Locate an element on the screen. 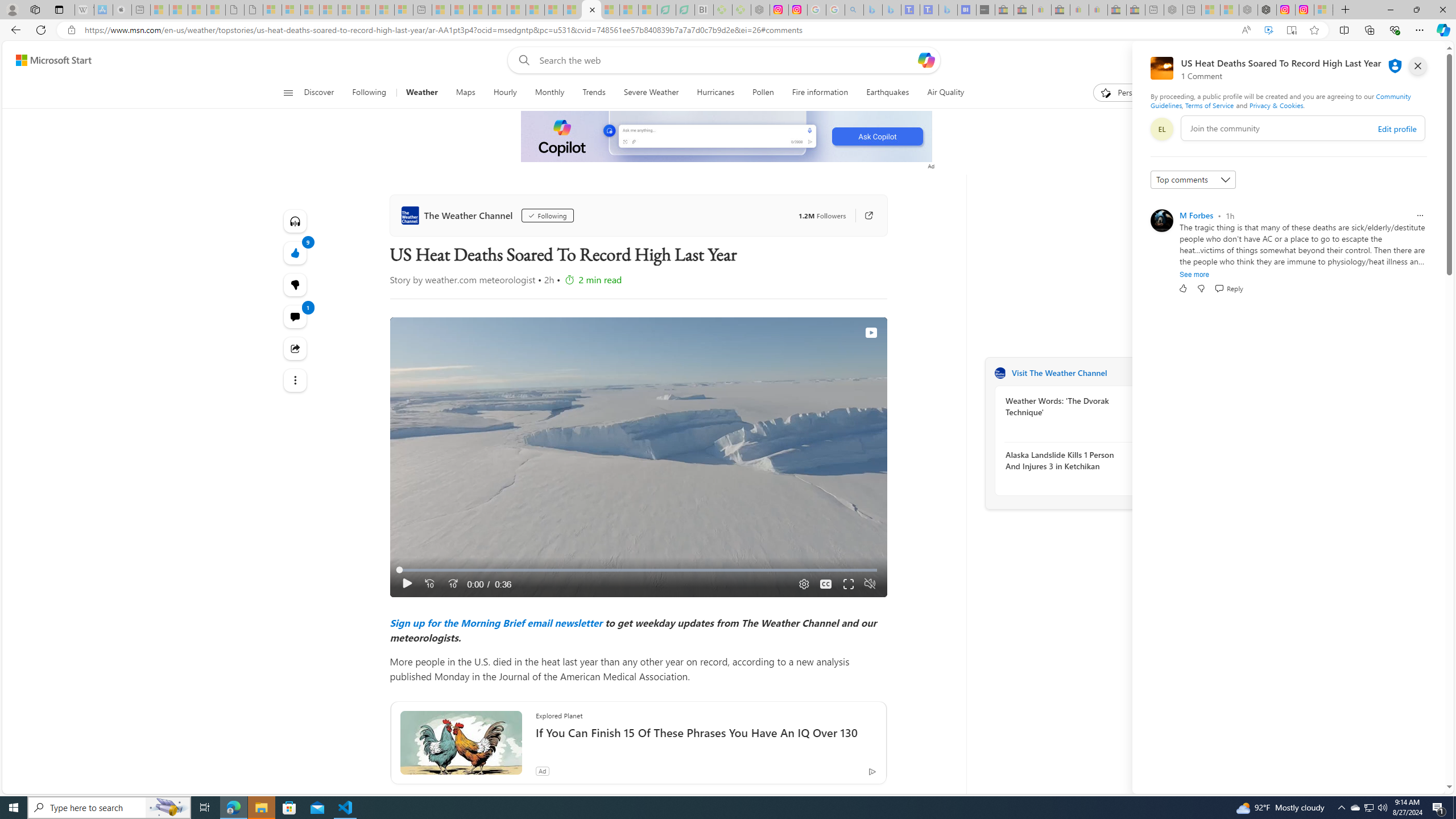 Image resolution: width=1456 pixels, height=819 pixels. 'Earthquakes' is located at coordinates (888, 92).